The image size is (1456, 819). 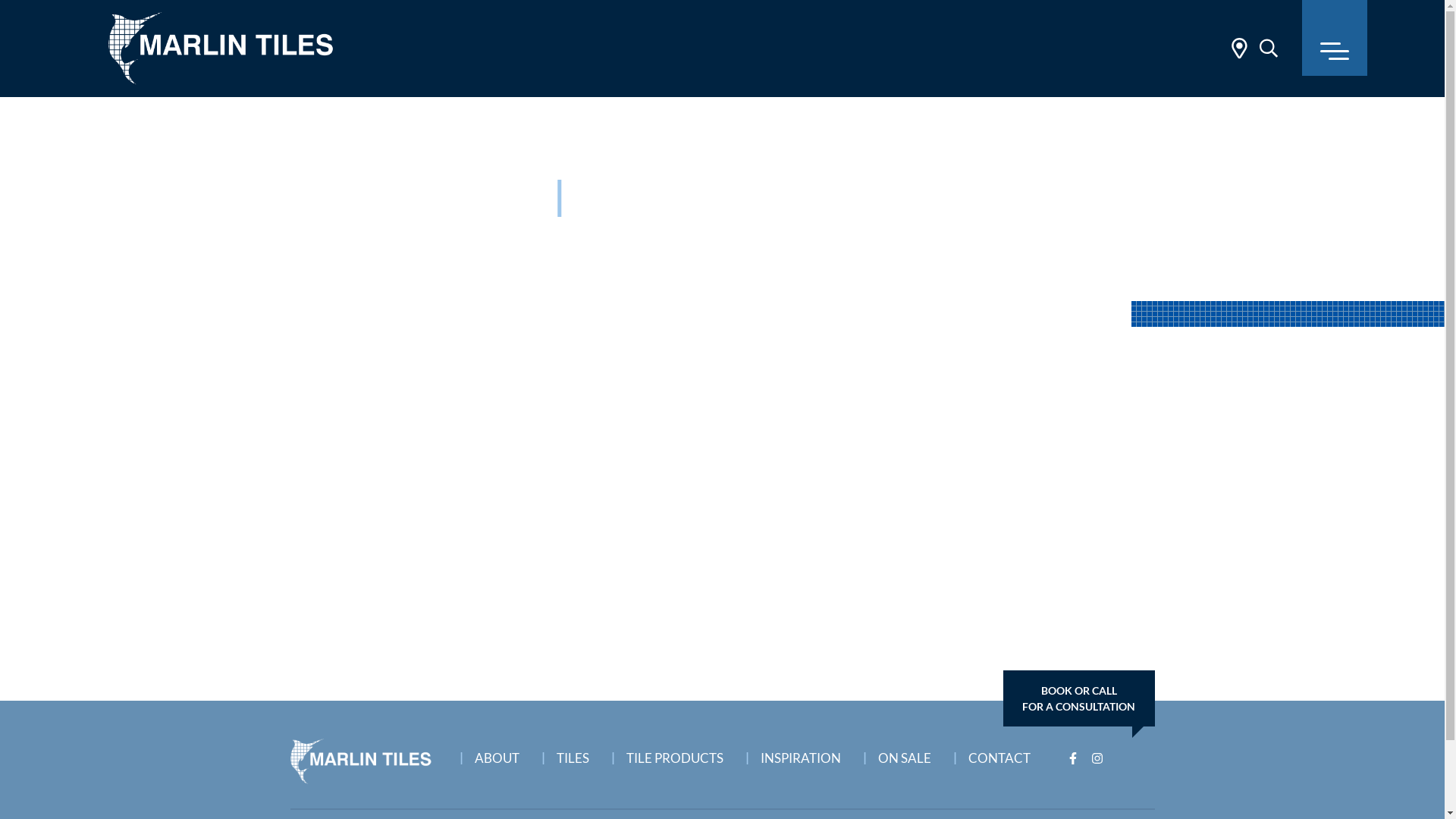 What do you see at coordinates (909, 754) in the screenshot?
I see `'ON SALE'` at bounding box center [909, 754].